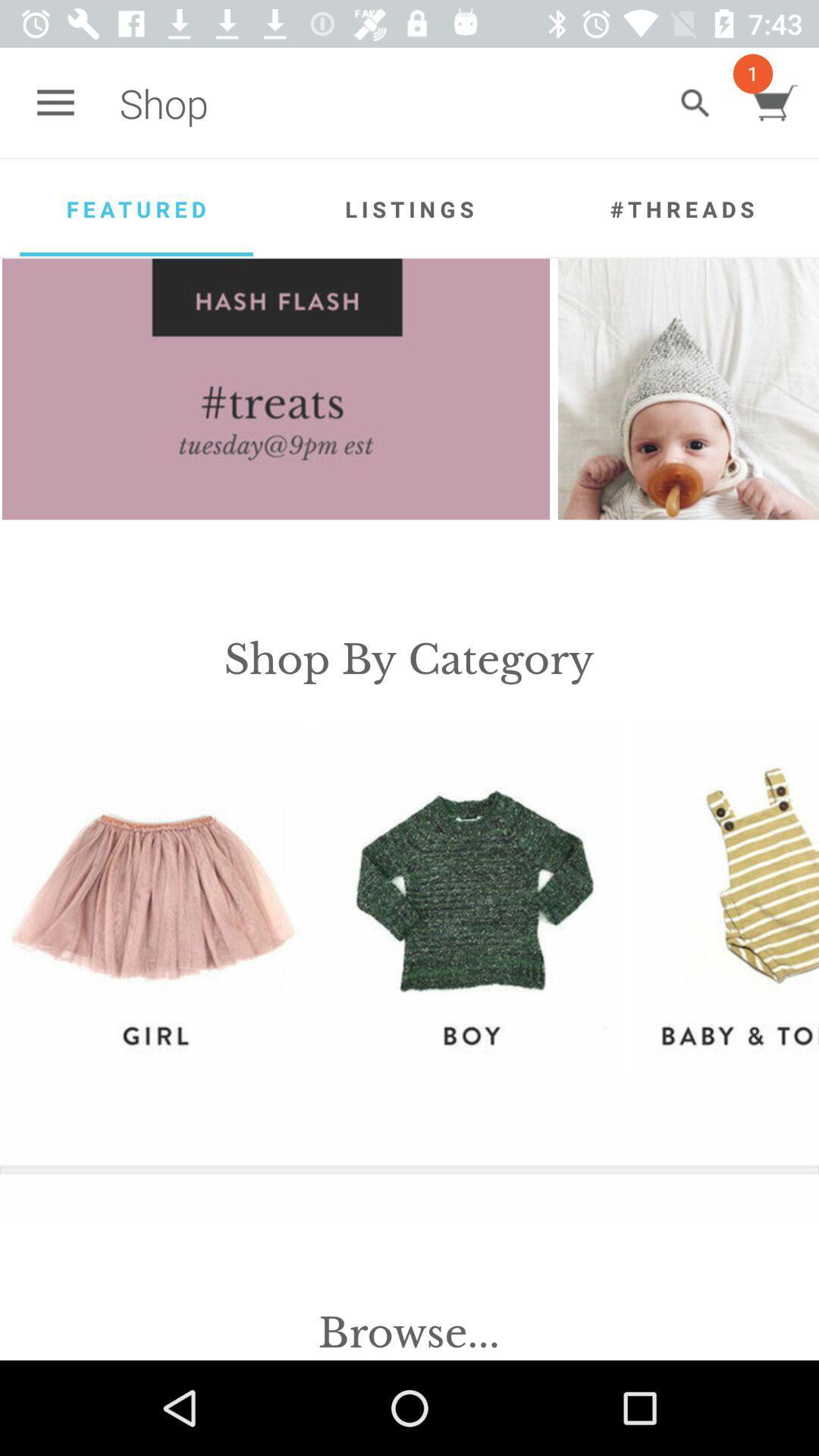 The height and width of the screenshot is (1456, 819). What do you see at coordinates (408, 1332) in the screenshot?
I see `browse... item` at bounding box center [408, 1332].